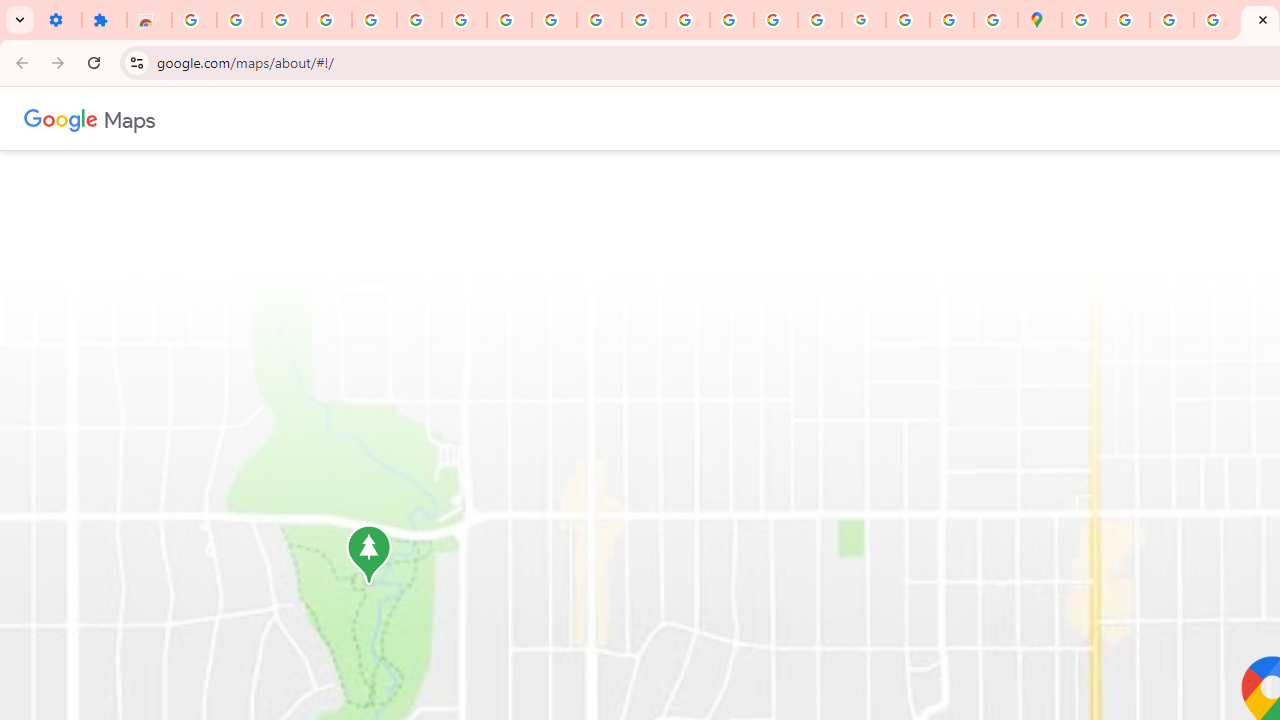 The image size is (1280, 720). What do you see at coordinates (239, 20) in the screenshot?
I see `'Delete photos & videos - Computer - Google Photos Help'` at bounding box center [239, 20].